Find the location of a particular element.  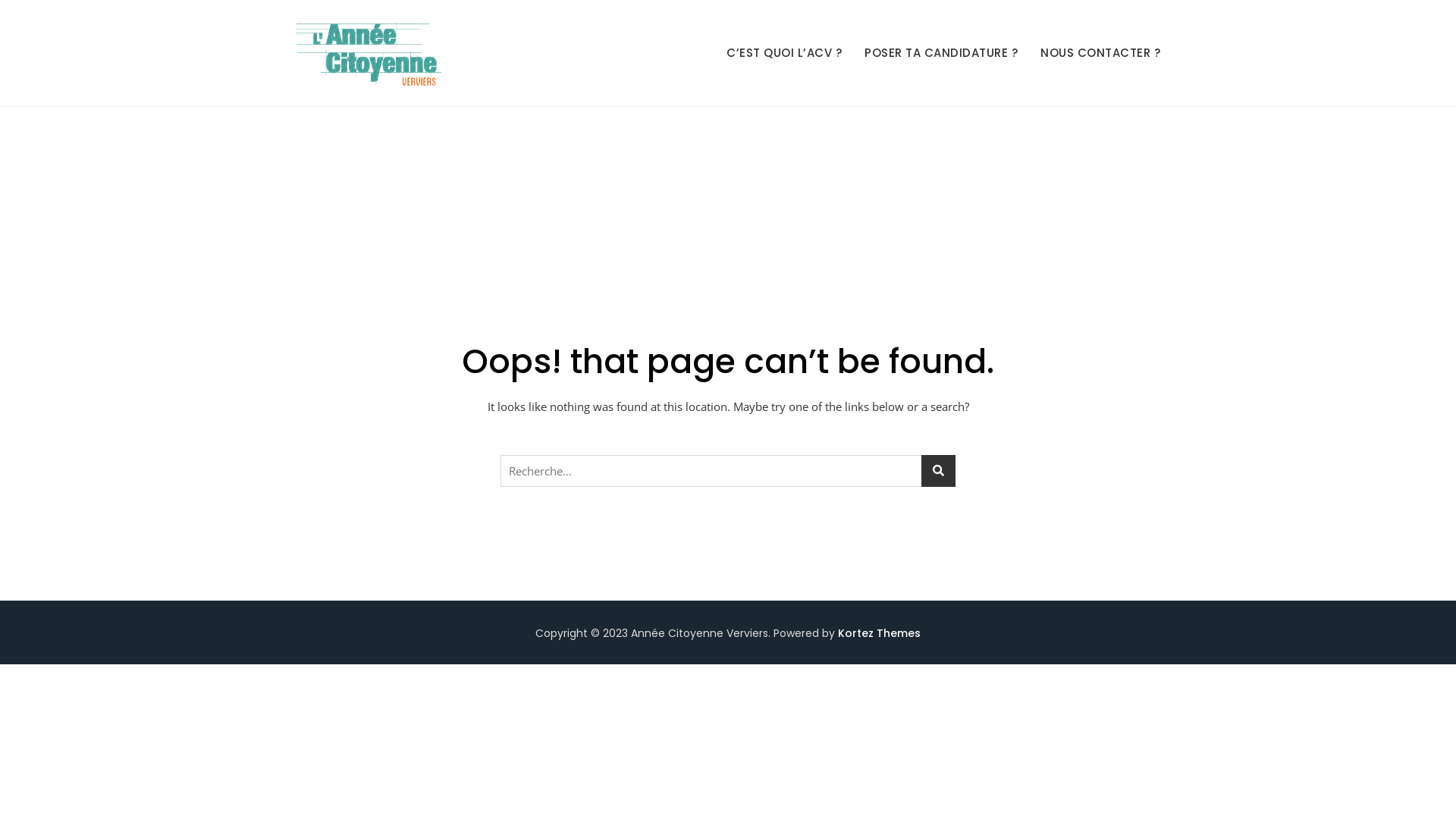

'Kortez Themes' is located at coordinates (879, 632).